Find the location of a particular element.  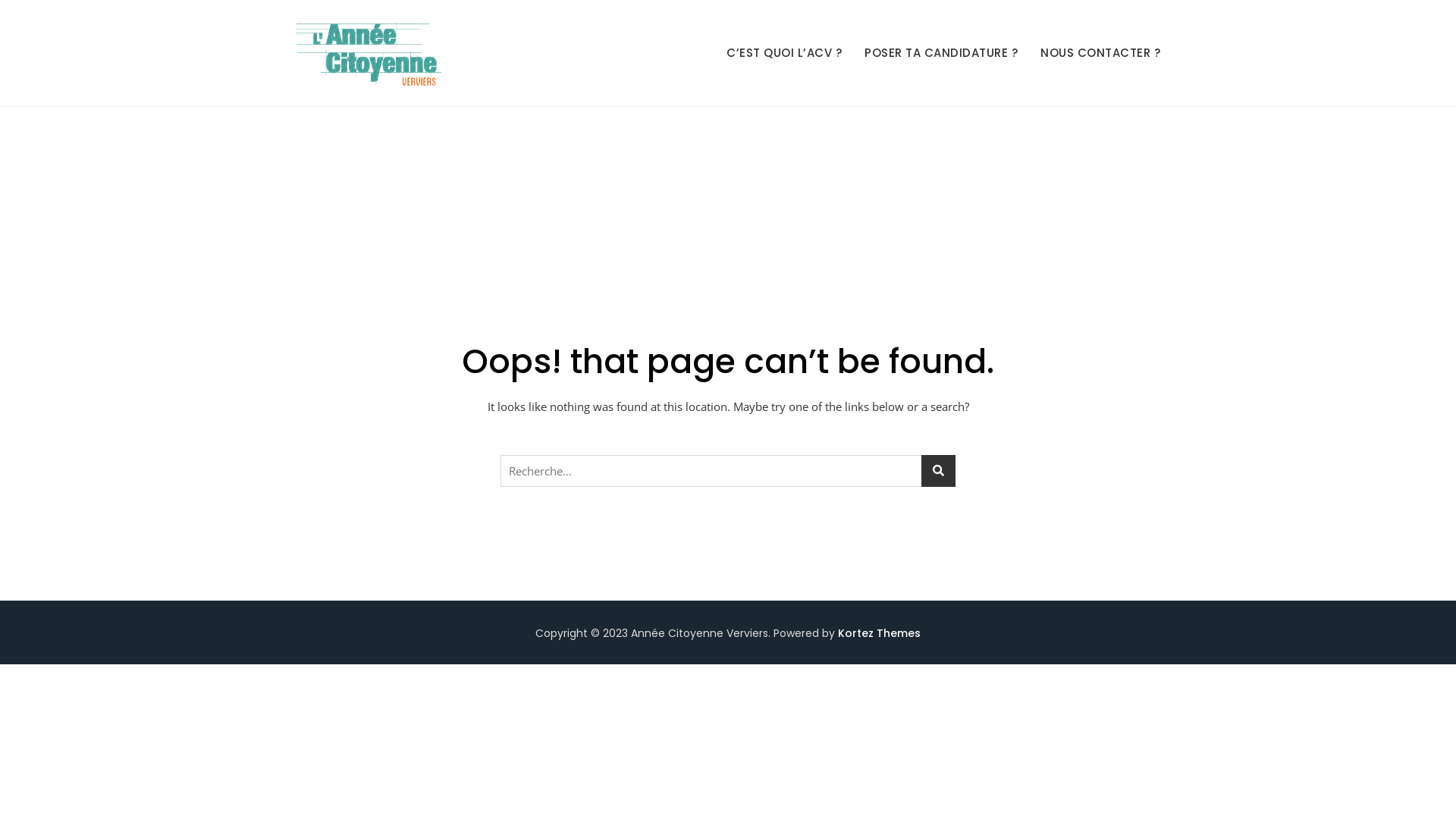

'Kortez Themes' is located at coordinates (879, 632).